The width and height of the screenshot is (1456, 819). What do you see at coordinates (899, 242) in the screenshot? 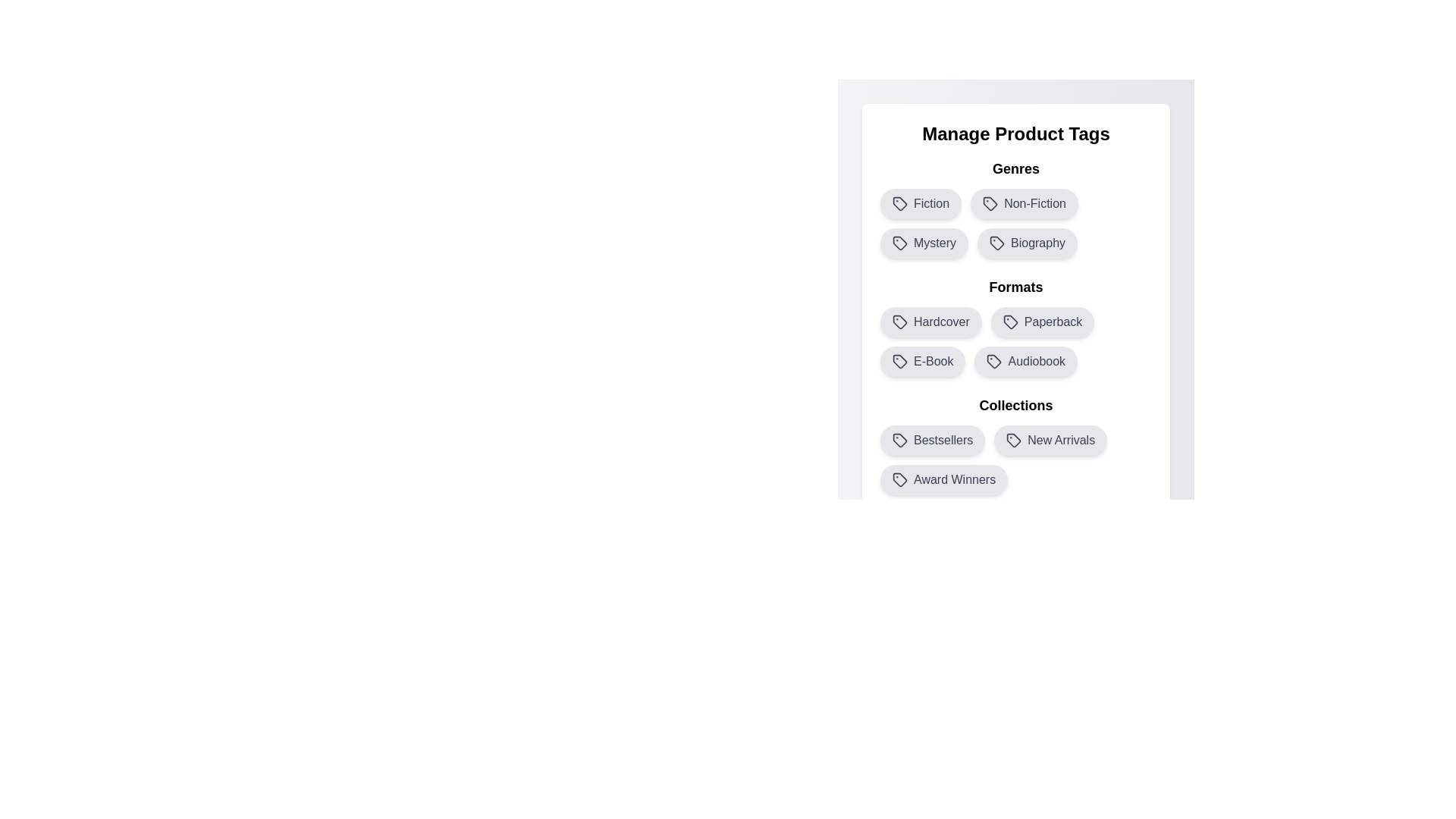
I see `the graphical icon indicating the 'Mystery' genre located in the second row of the 'Genres' section beneath the 'Manage Product Tags' heading` at bounding box center [899, 242].